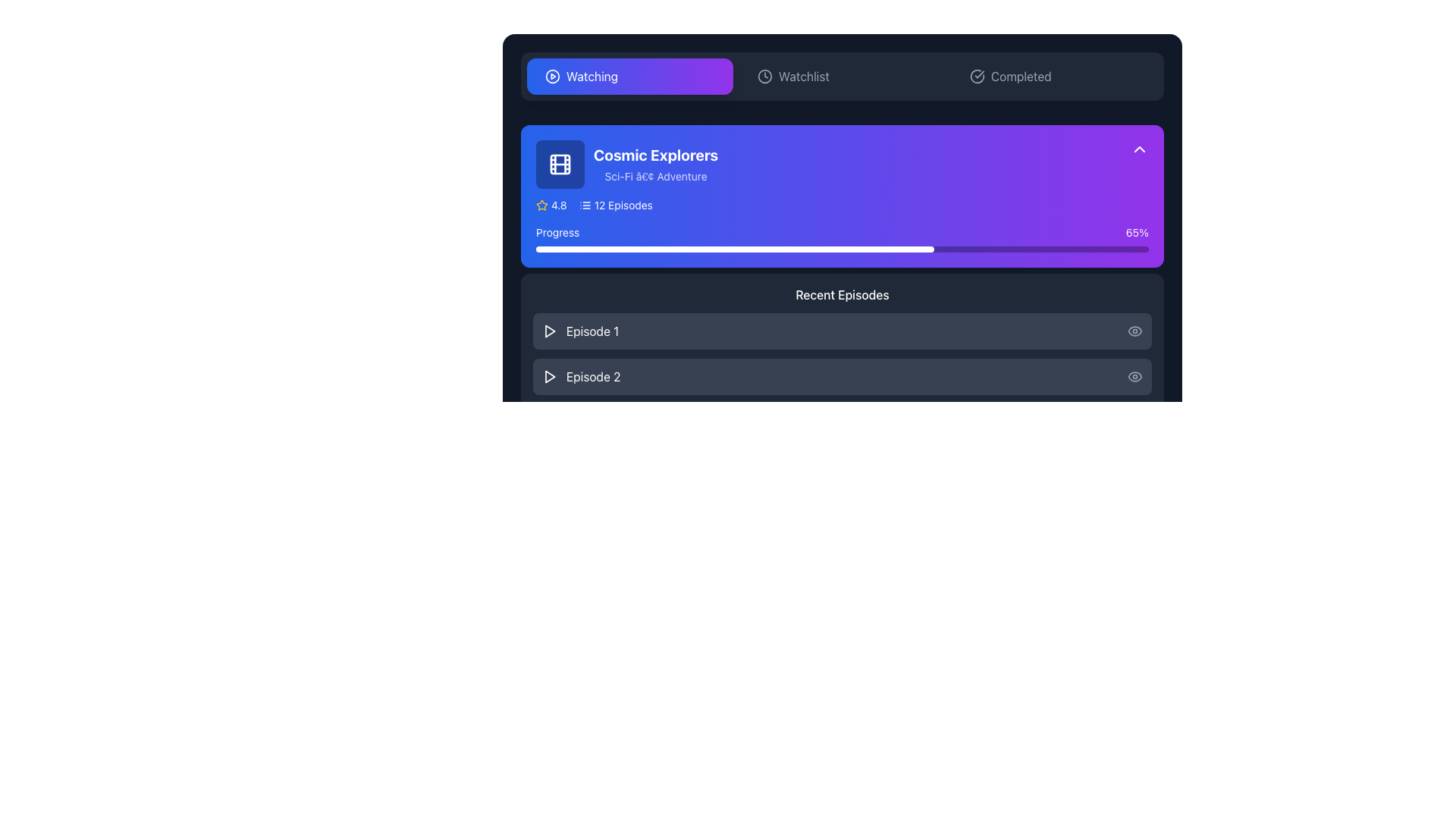  What do you see at coordinates (764, 76) in the screenshot?
I see `the decorative SVG circle element of the clock icon, which is positioned between the 'Watching' button and the 'Completed' button in the navigation bar` at bounding box center [764, 76].